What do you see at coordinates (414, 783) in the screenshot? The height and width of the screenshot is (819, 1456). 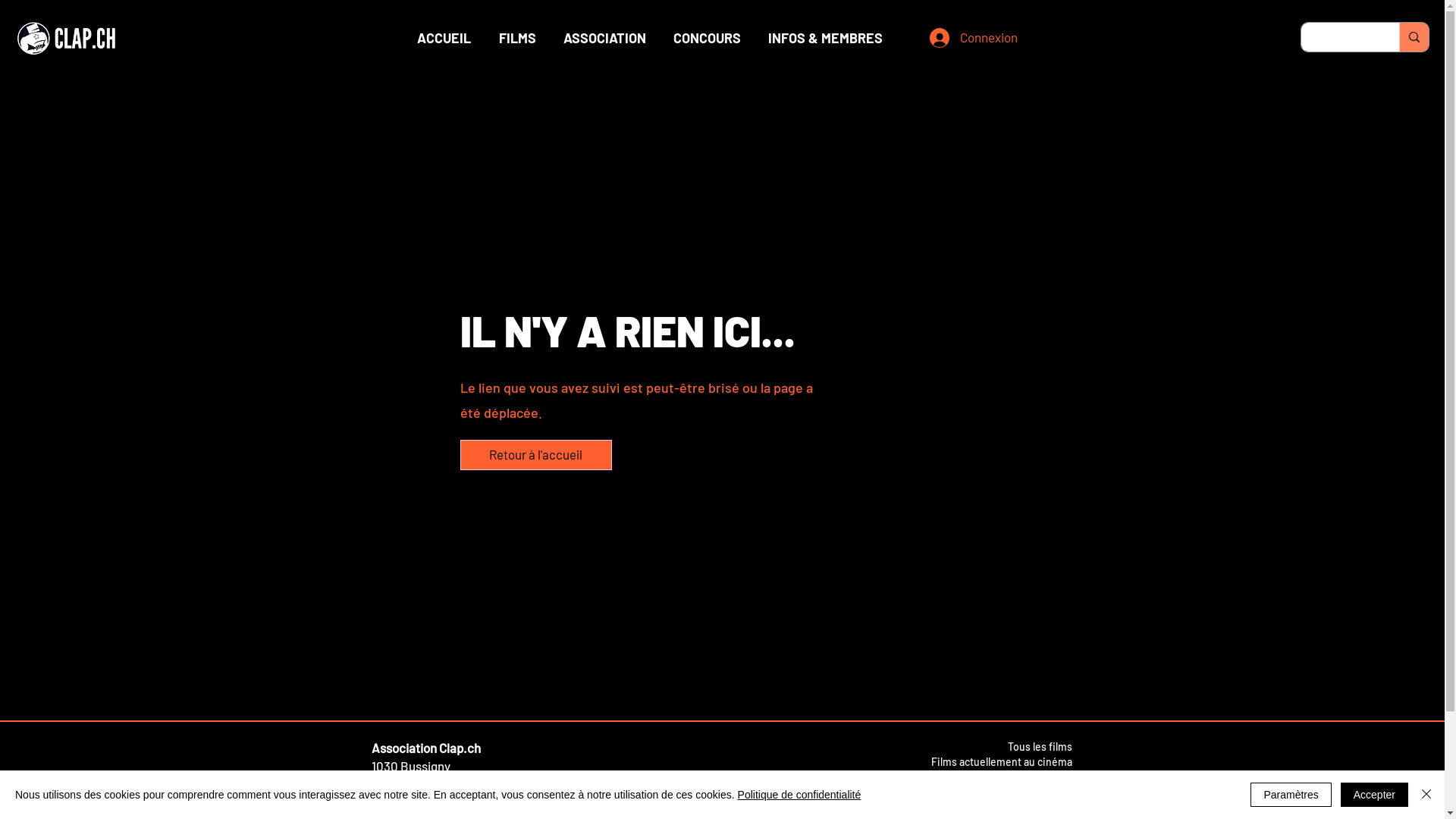 I see `'admin@clap.ch'` at bounding box center [414, 783].